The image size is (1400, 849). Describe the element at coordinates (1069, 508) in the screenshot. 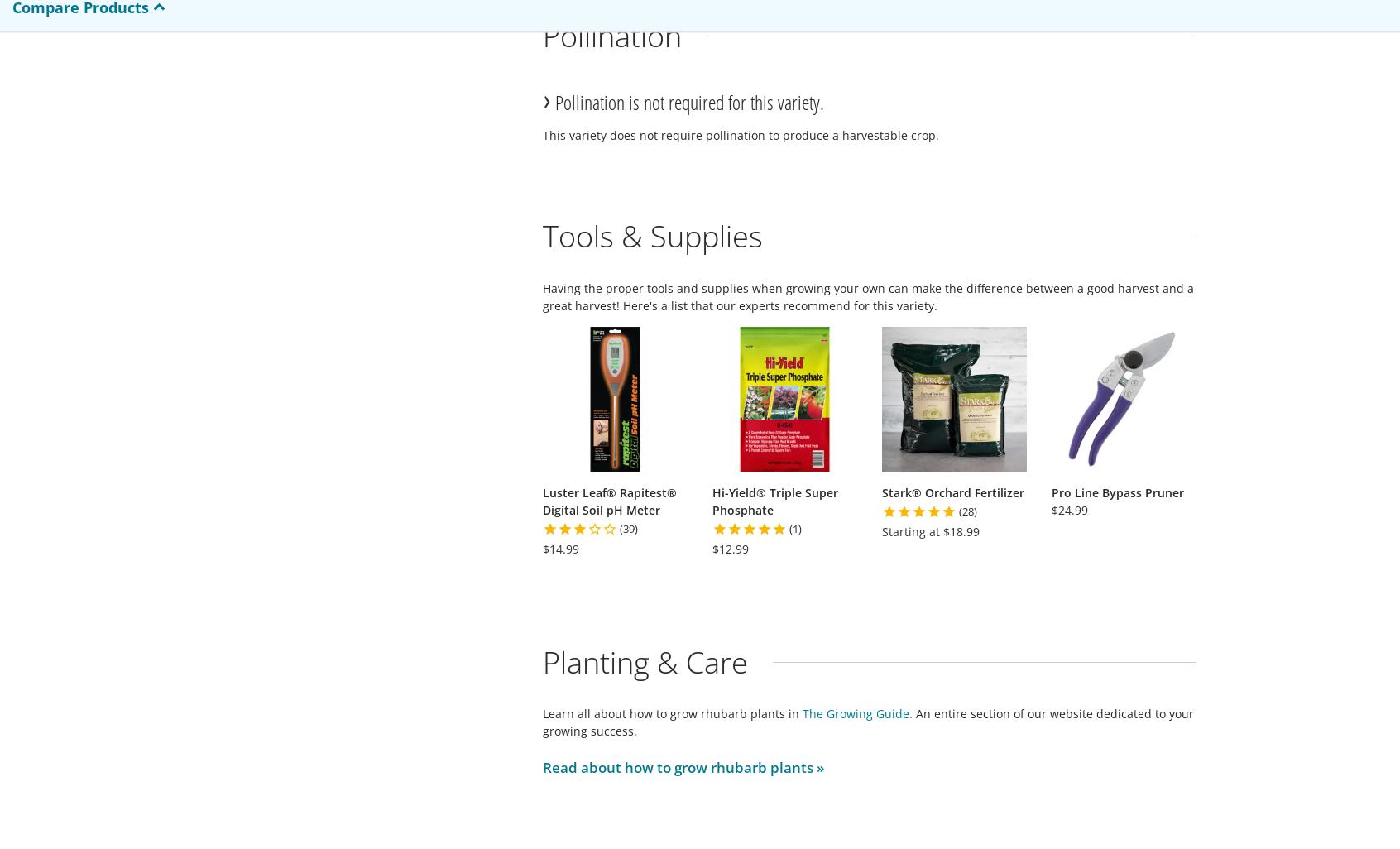

I see `'$24.99'` at that location.